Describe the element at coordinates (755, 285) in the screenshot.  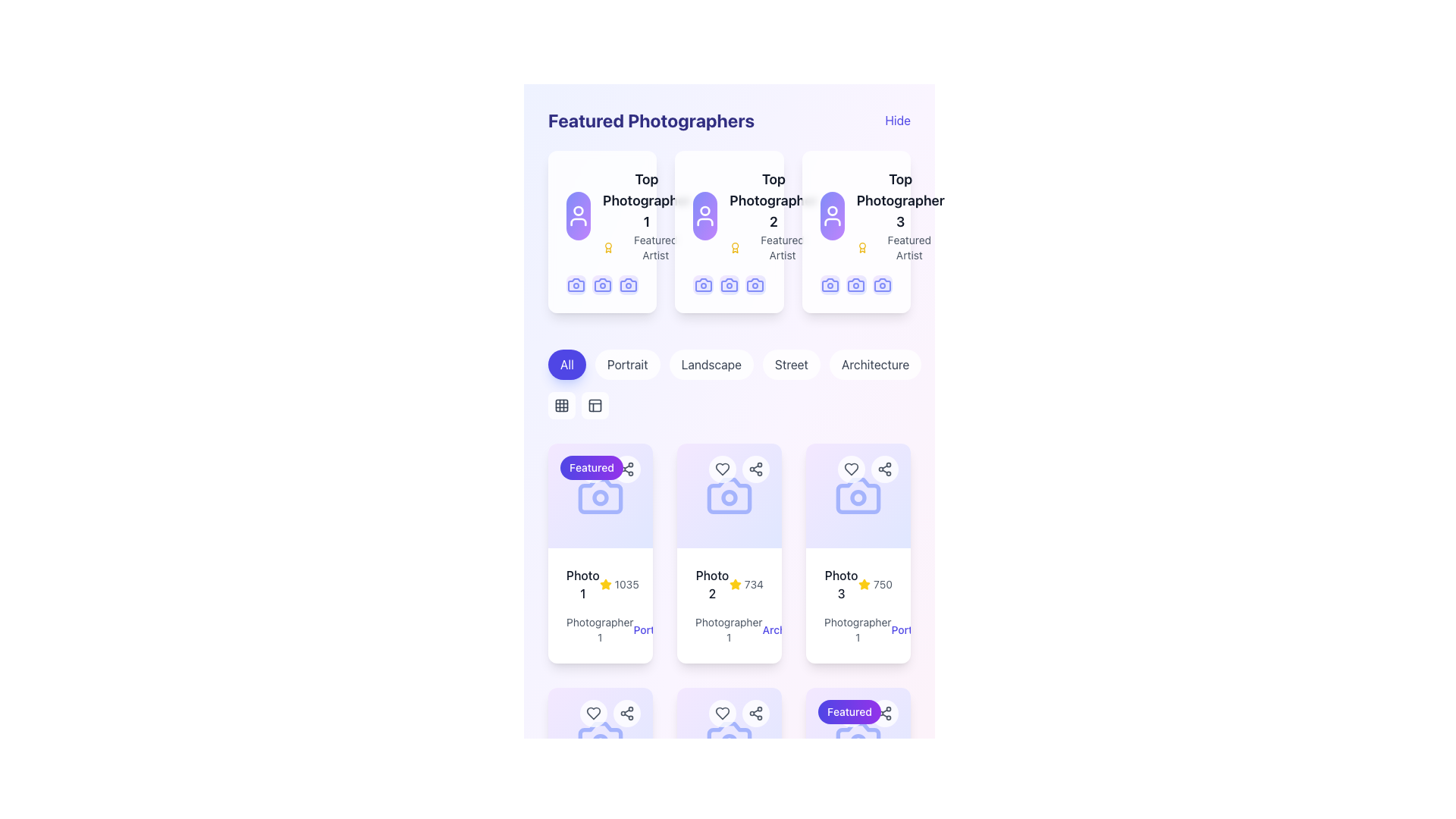
I see `the square icon with rounded corners displaying a gradient camera graphic, located in the third column of a three-column grid layout, just below the photographer's name` at that location.